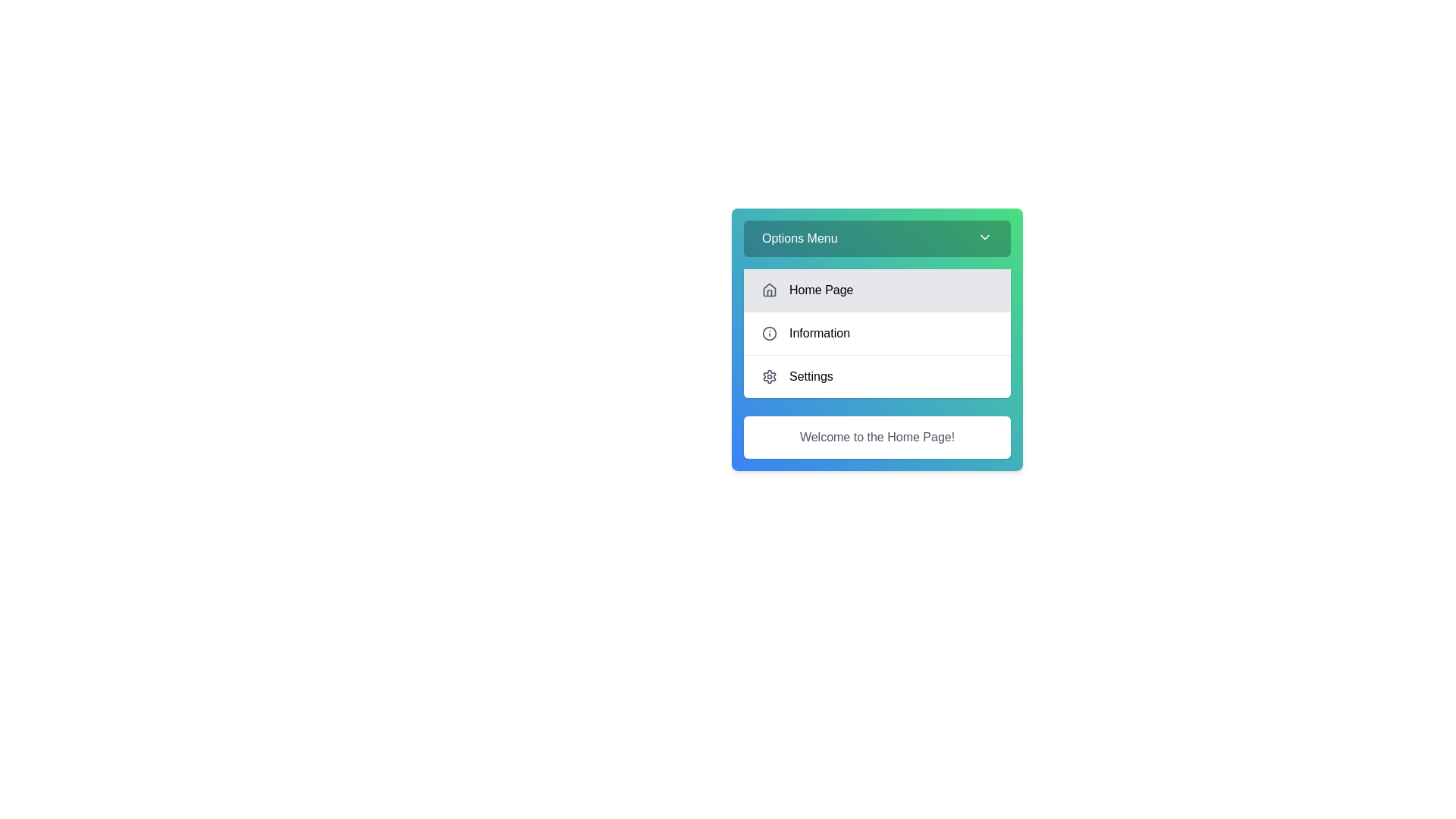 This screenshot has height=819, width=1456. Describe the element at coordinates (769, 376) in the screenshot. I see `the gear icon located to the left of the 'Settings' text in the third row of the vertical menu list` at that location.